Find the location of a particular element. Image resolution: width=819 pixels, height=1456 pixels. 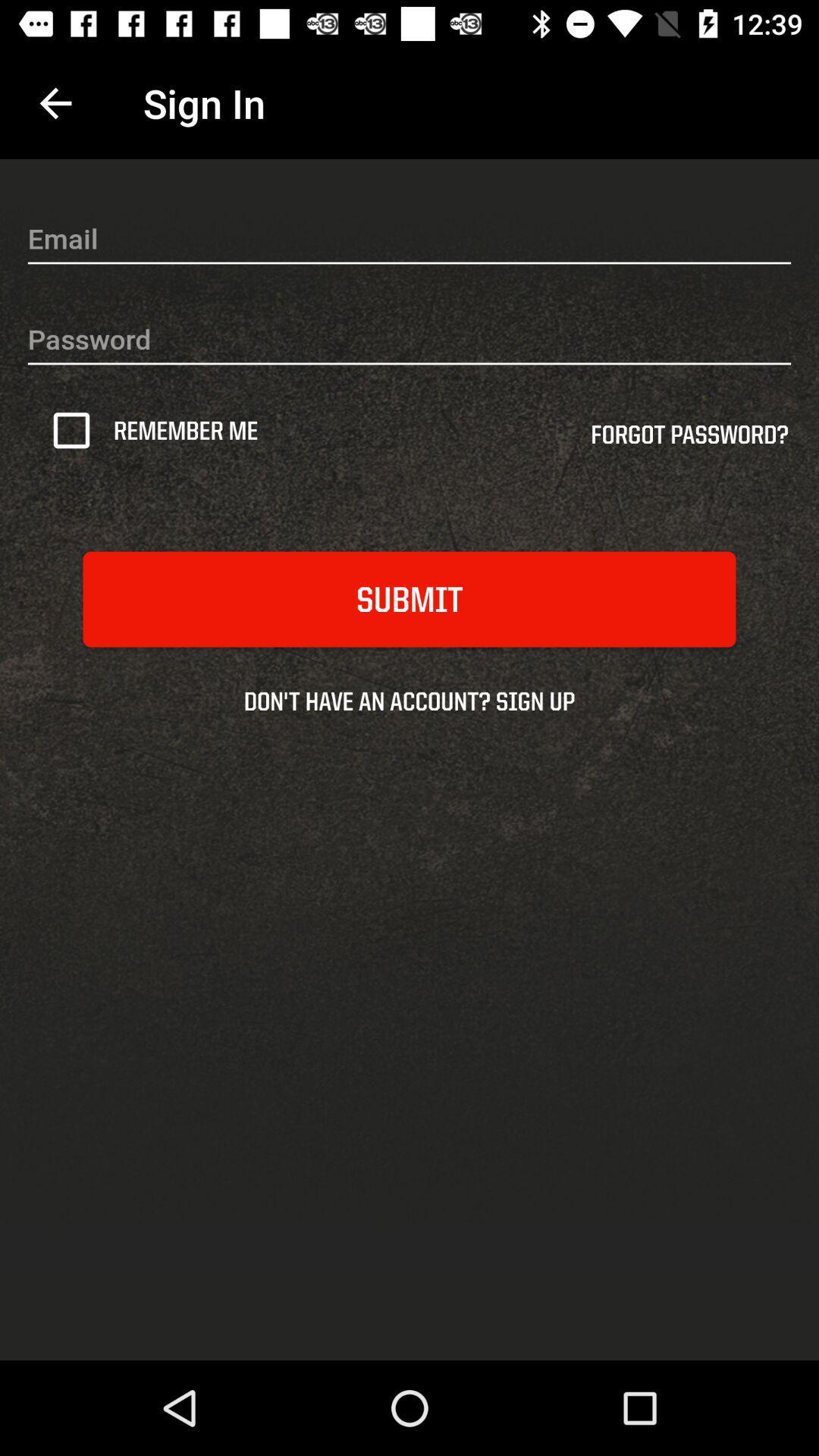

item at the top right corner is located at coordinates (689, 439).